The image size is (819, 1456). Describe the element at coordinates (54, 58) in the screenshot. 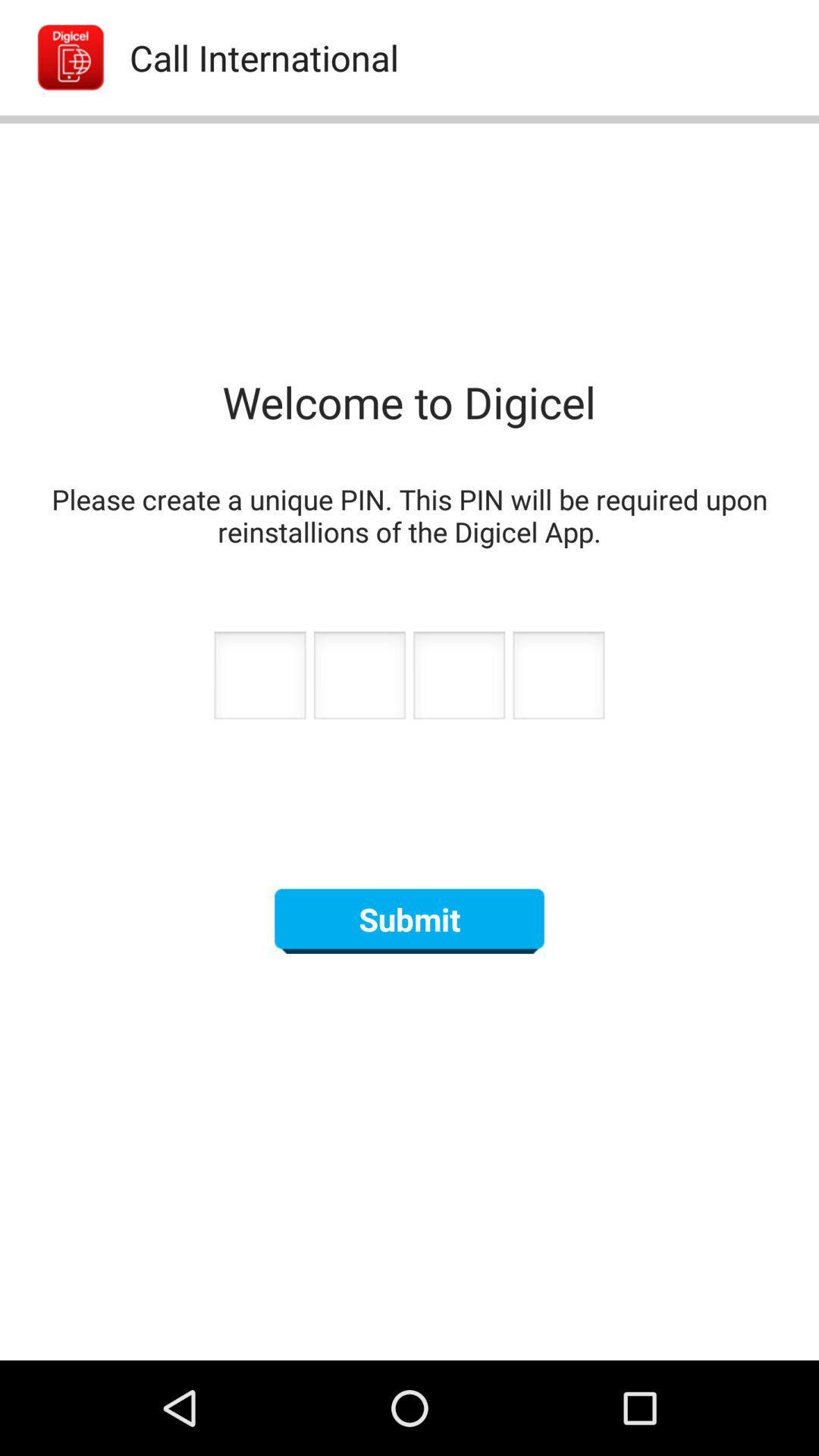

I see `icon to the left of the call international item` at that location.